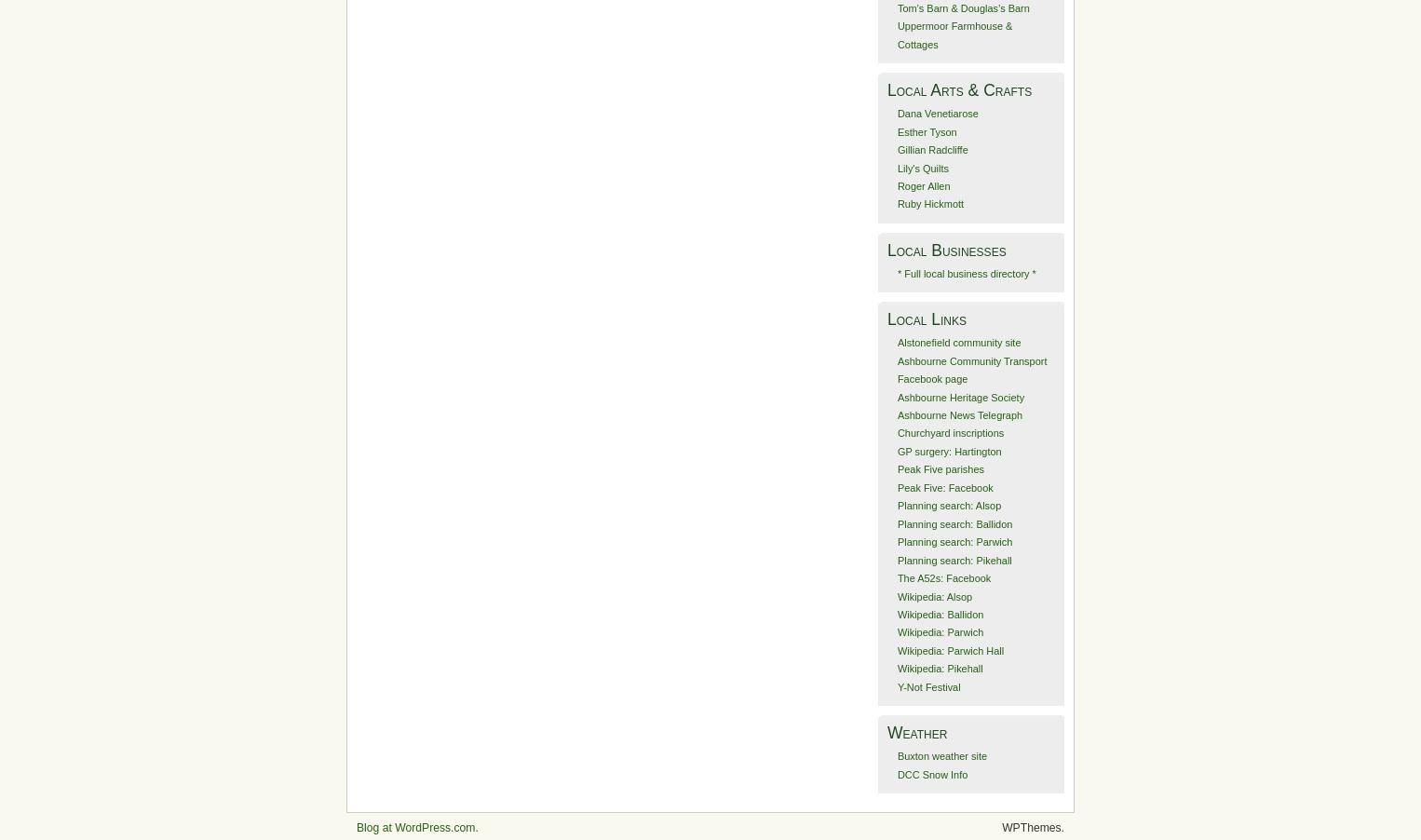  What do you see at coordinates (939, 468) in the screenshot?
I see `'Peak Five parishes'` at bounding box center [939, 468].